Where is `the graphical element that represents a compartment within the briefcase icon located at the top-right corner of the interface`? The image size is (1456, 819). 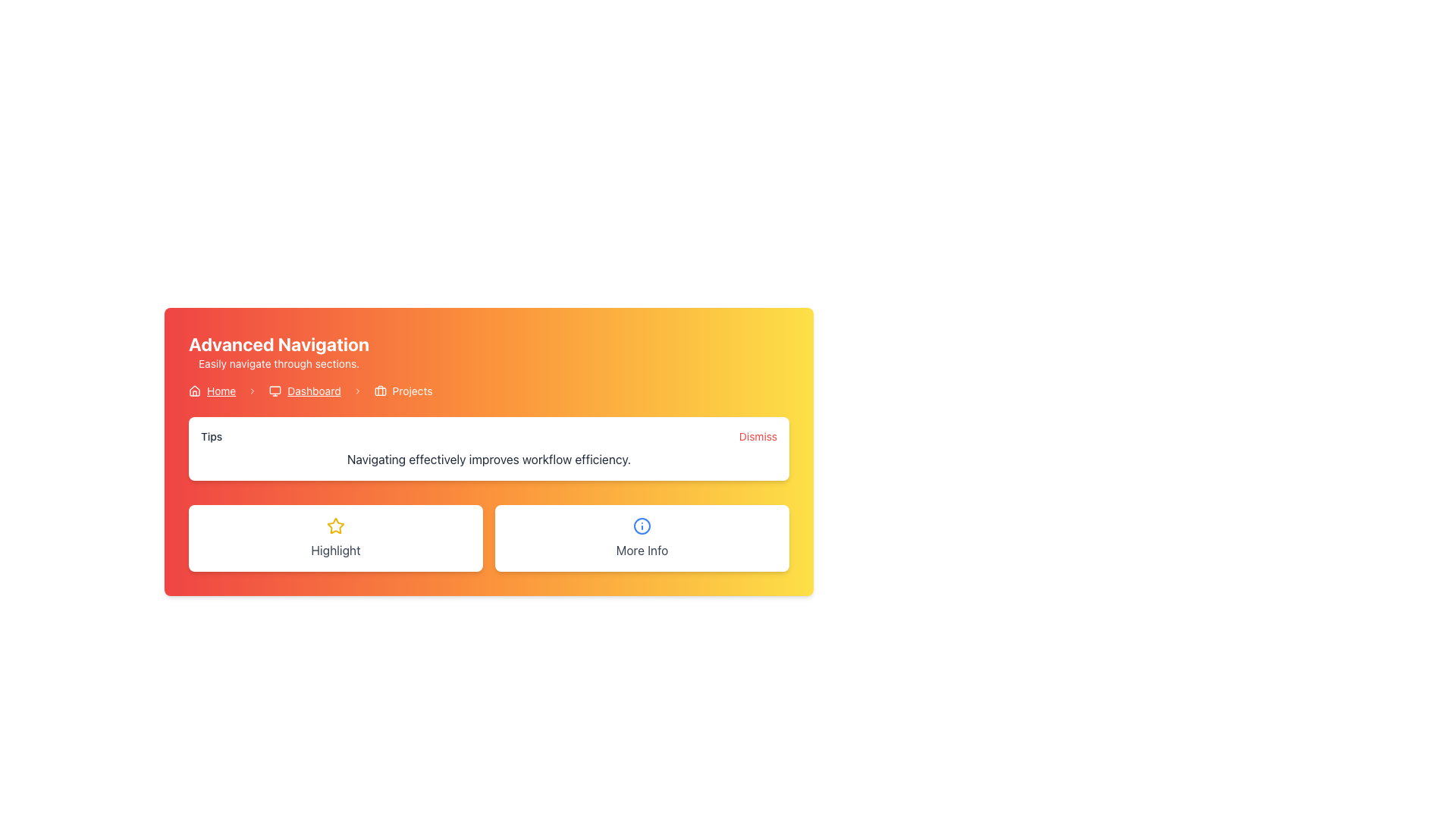
the graphical element that represents a compartment within the briefcase icon located at the top-right corner of the interface is located at coordinates (380, 391).